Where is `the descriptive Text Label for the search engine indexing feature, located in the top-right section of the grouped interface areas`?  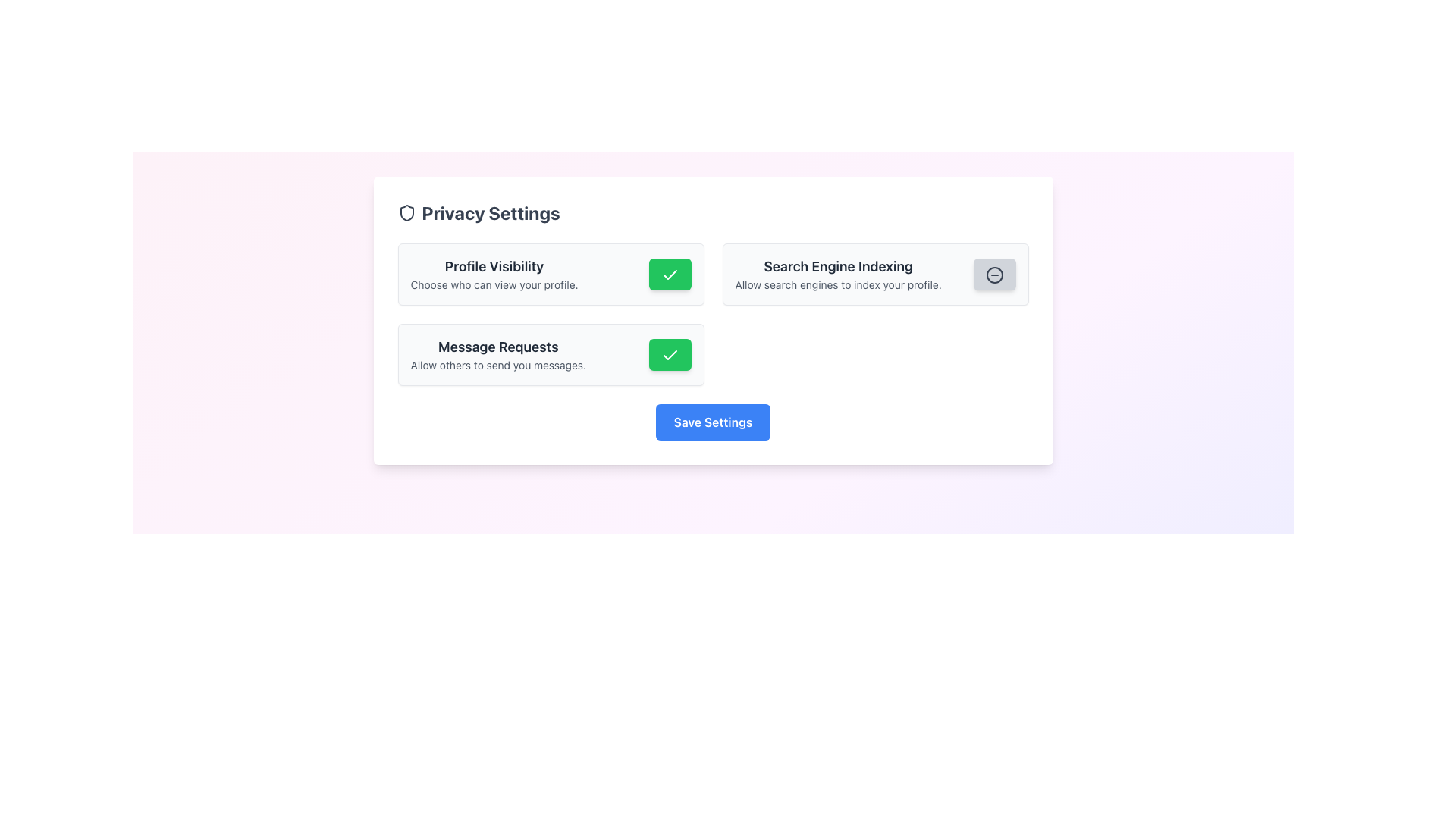
the descriptive Text Label for the search engine indexing feature, located in the top-right section of the grouped interface areas is located at coordinates (837, 265).